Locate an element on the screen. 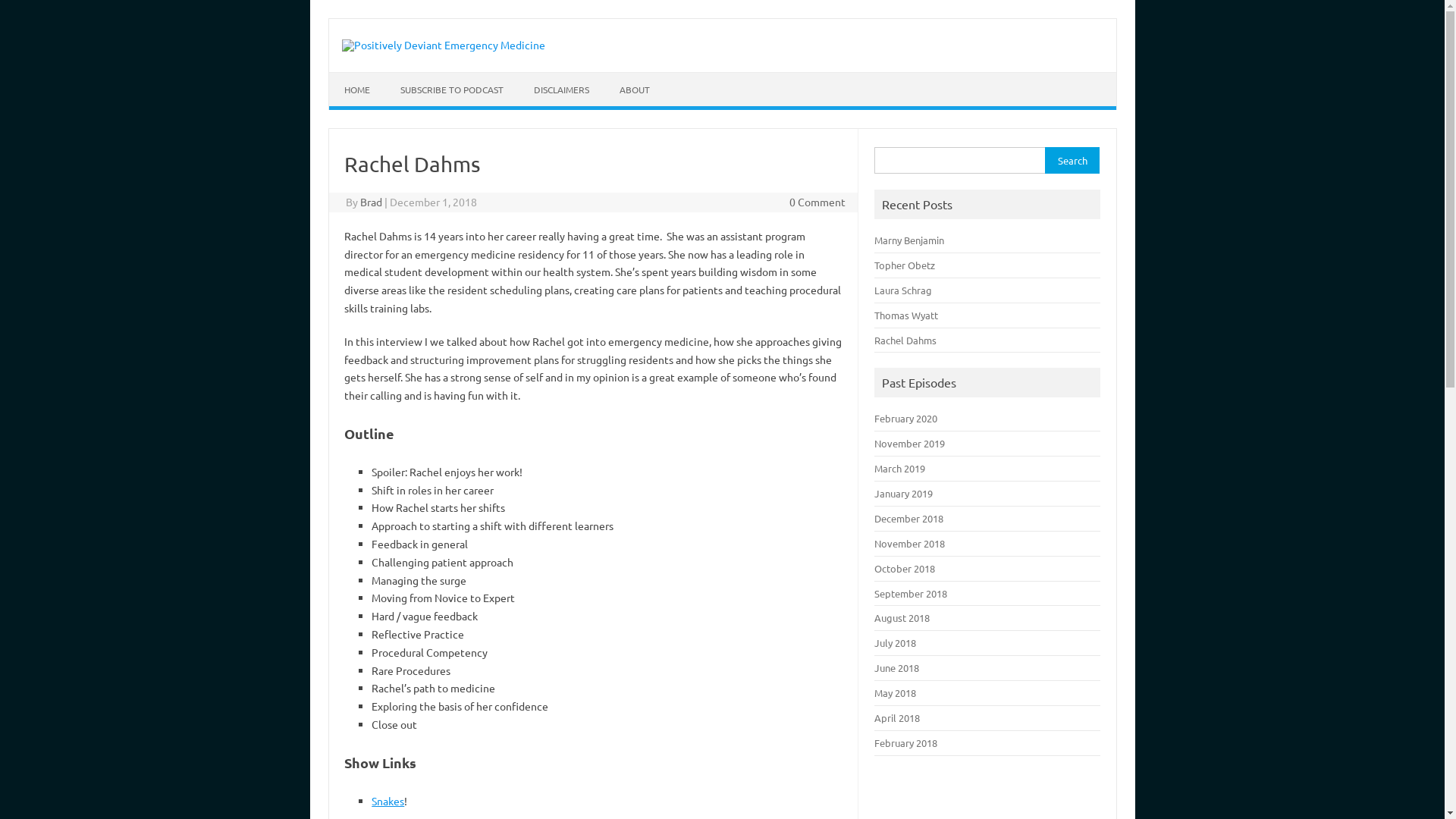 This screenshot has height=819, width=1456. 'December 2018' is located at coordinates (908, 517).